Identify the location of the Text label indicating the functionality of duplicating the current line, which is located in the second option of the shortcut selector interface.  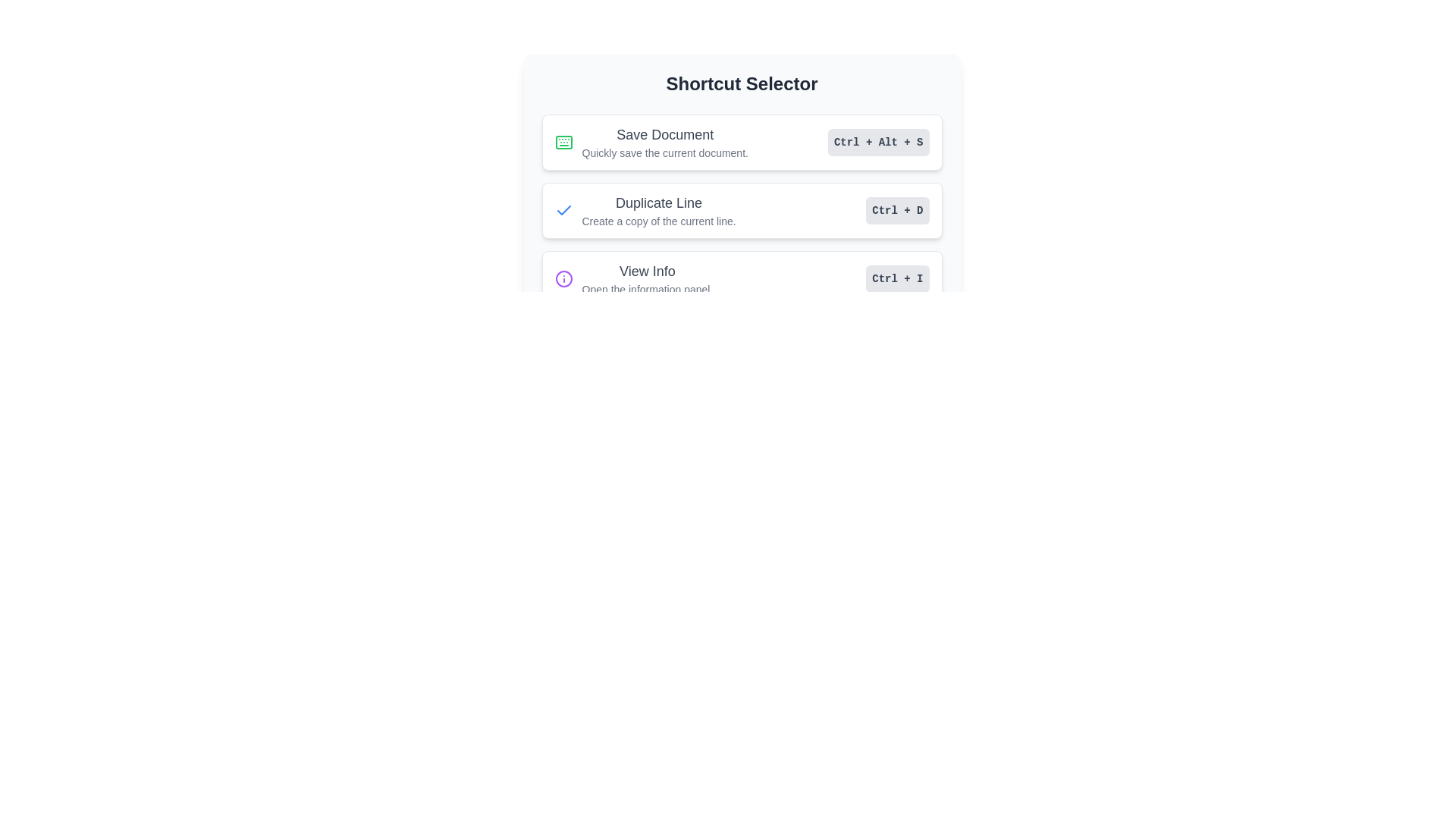
(645, 210).